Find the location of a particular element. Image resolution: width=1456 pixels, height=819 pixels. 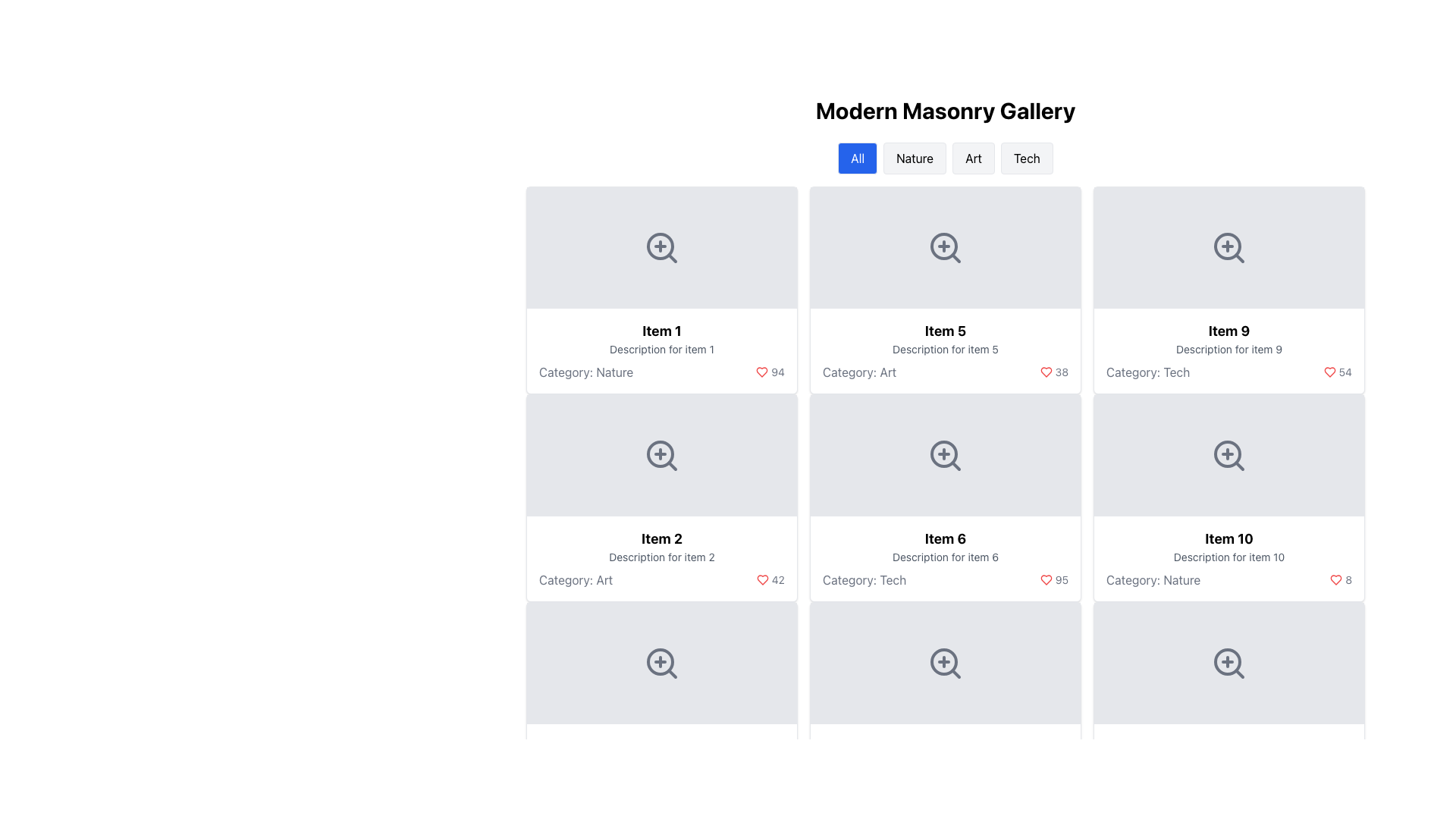

the red heart icon located to the right of the like counter '8' associated with 'Item 10' is located at coordinates (1336, 579).